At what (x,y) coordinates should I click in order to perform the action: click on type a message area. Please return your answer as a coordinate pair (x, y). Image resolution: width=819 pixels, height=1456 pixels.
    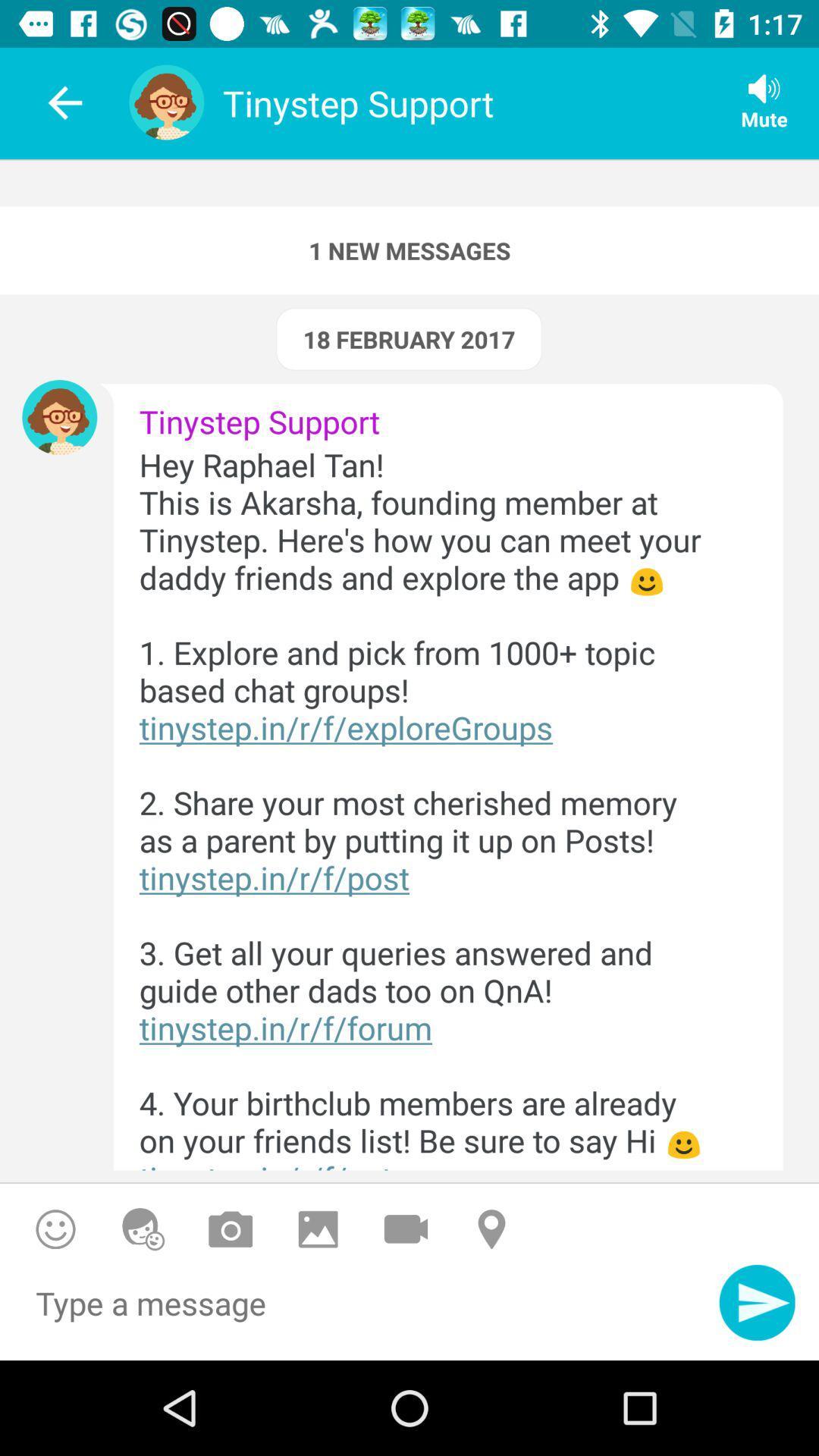
    Looking at the image, I should click on (359, 1310).